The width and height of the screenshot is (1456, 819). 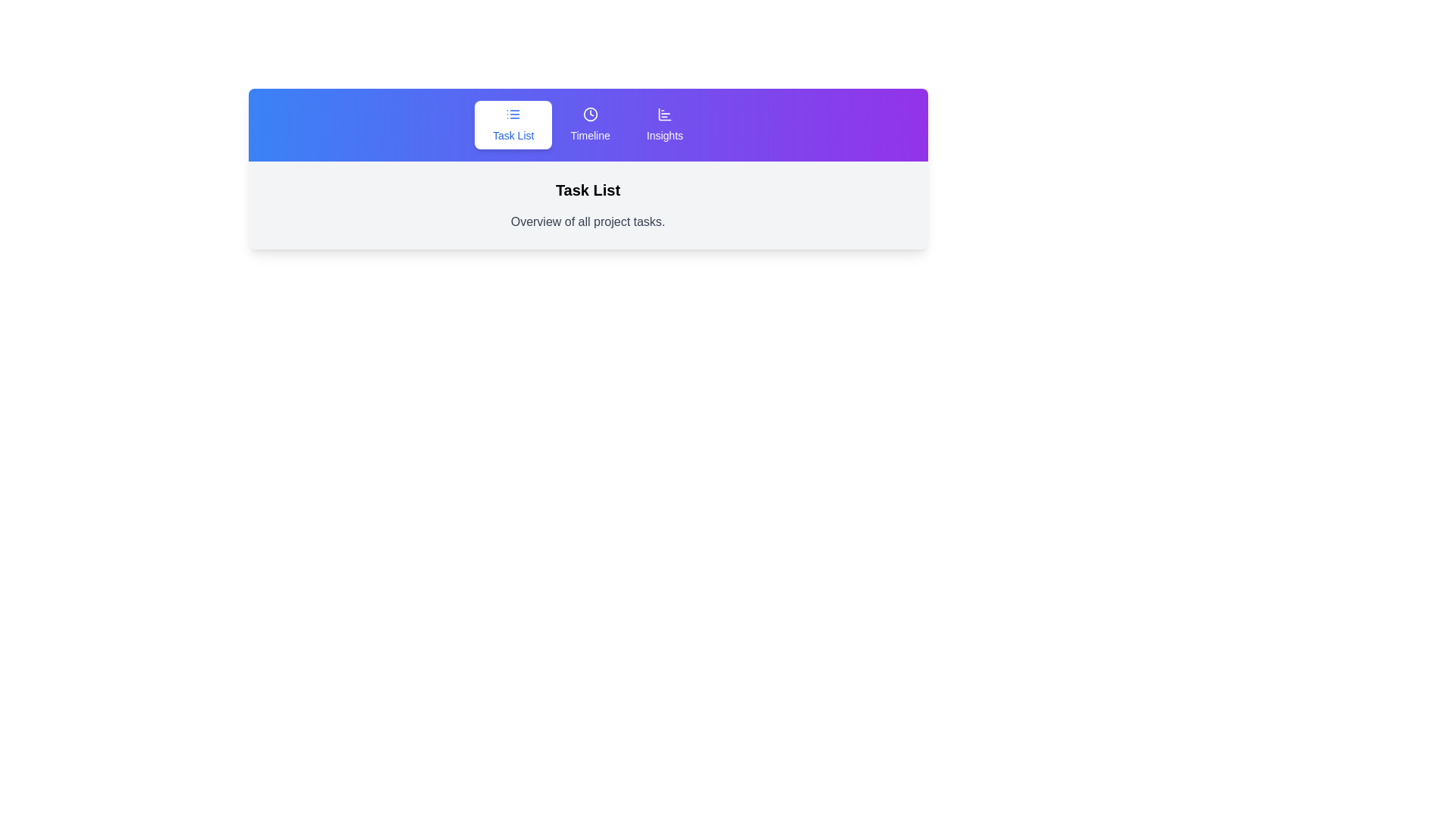 What do you see at coordinates (513, 124) in the screenshot?
I see `the Task List tab to view its hover state` at bounding box center [513, 124].